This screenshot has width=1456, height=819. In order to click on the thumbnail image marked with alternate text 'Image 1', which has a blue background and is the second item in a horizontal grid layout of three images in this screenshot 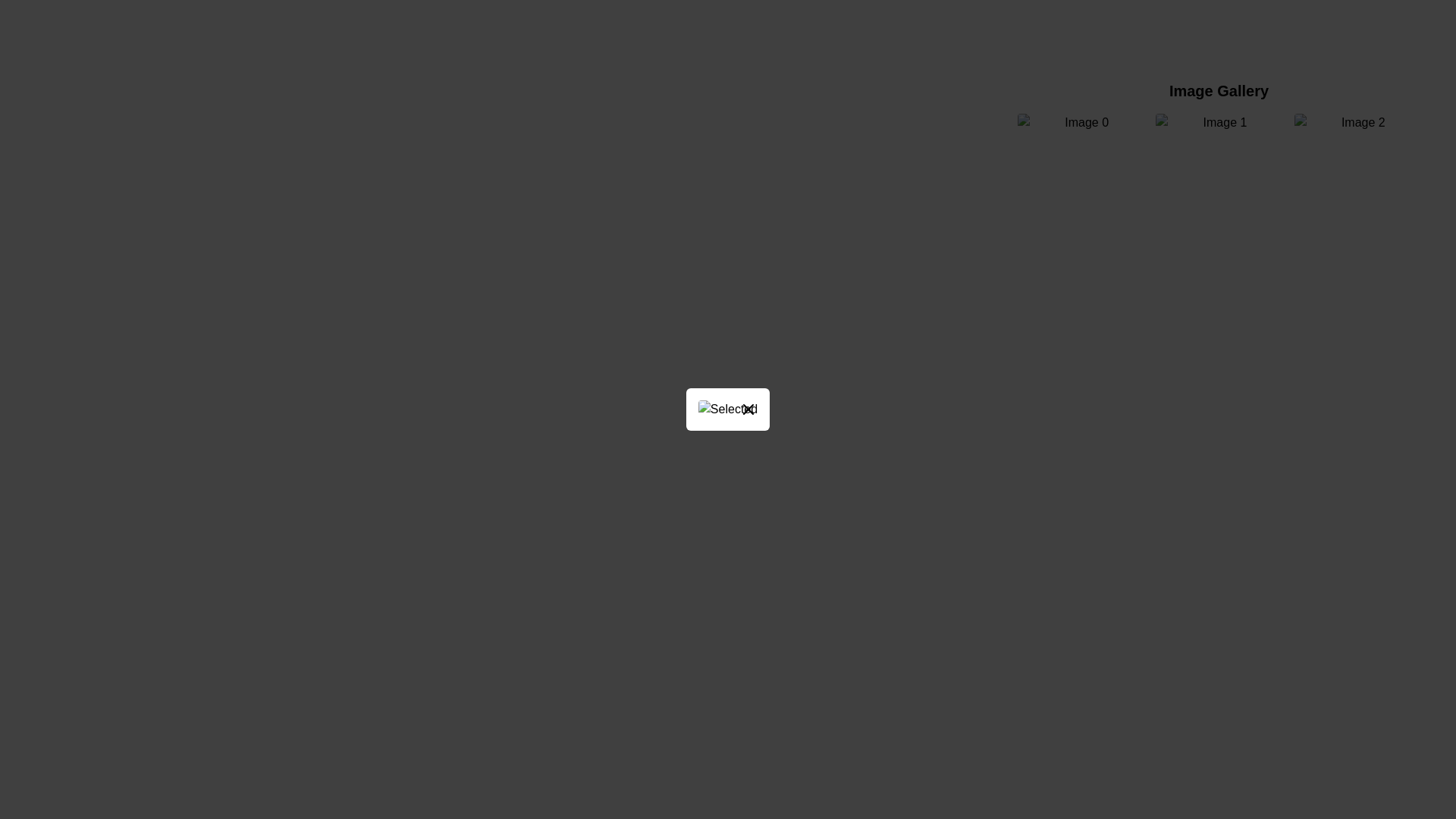, I will do `click(1219, 122)`.